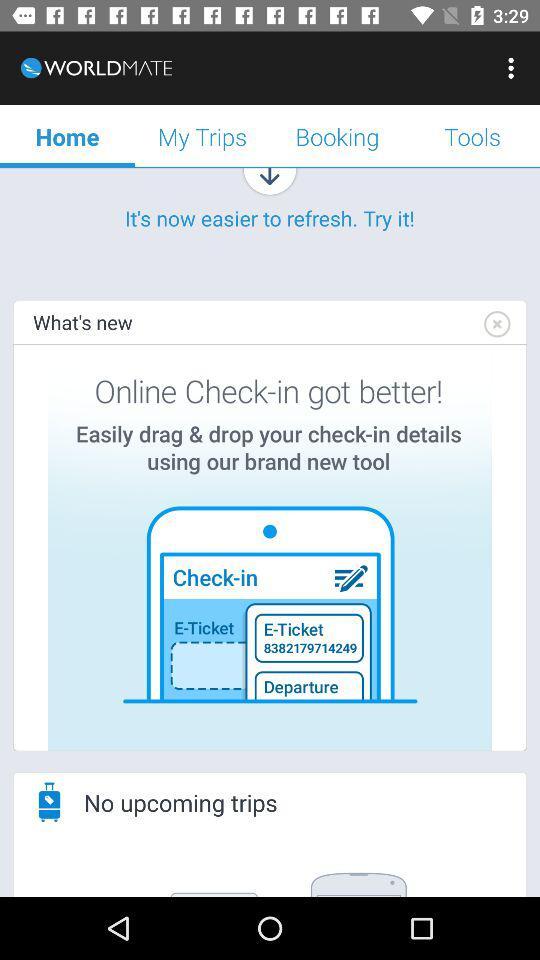  What do you see at coordinates (513, 68) in the screenshot?
I see `the app above the tools app` at bounding box center [513, 68].